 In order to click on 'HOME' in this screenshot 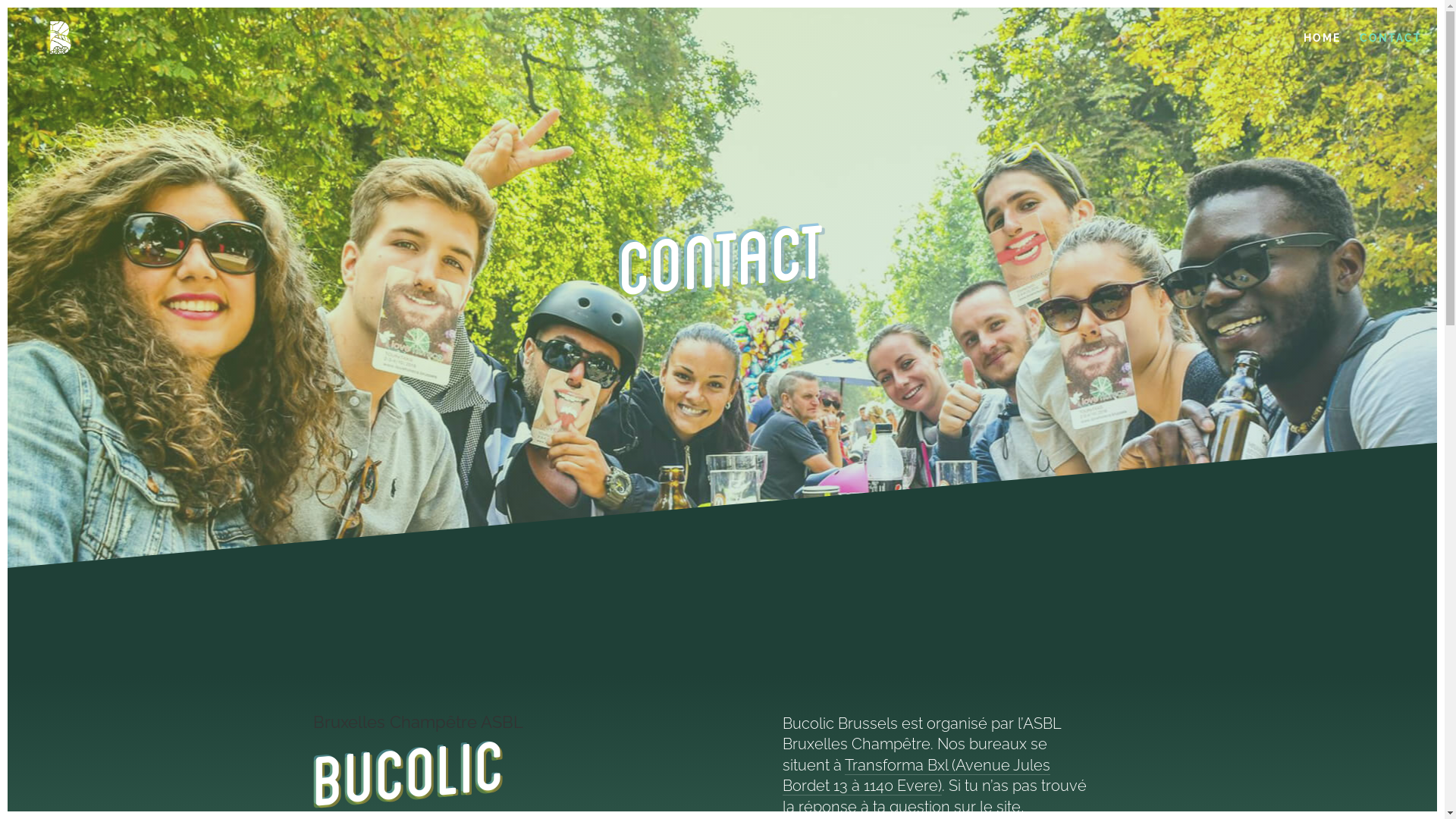, I will do `click(1321, 49)`.